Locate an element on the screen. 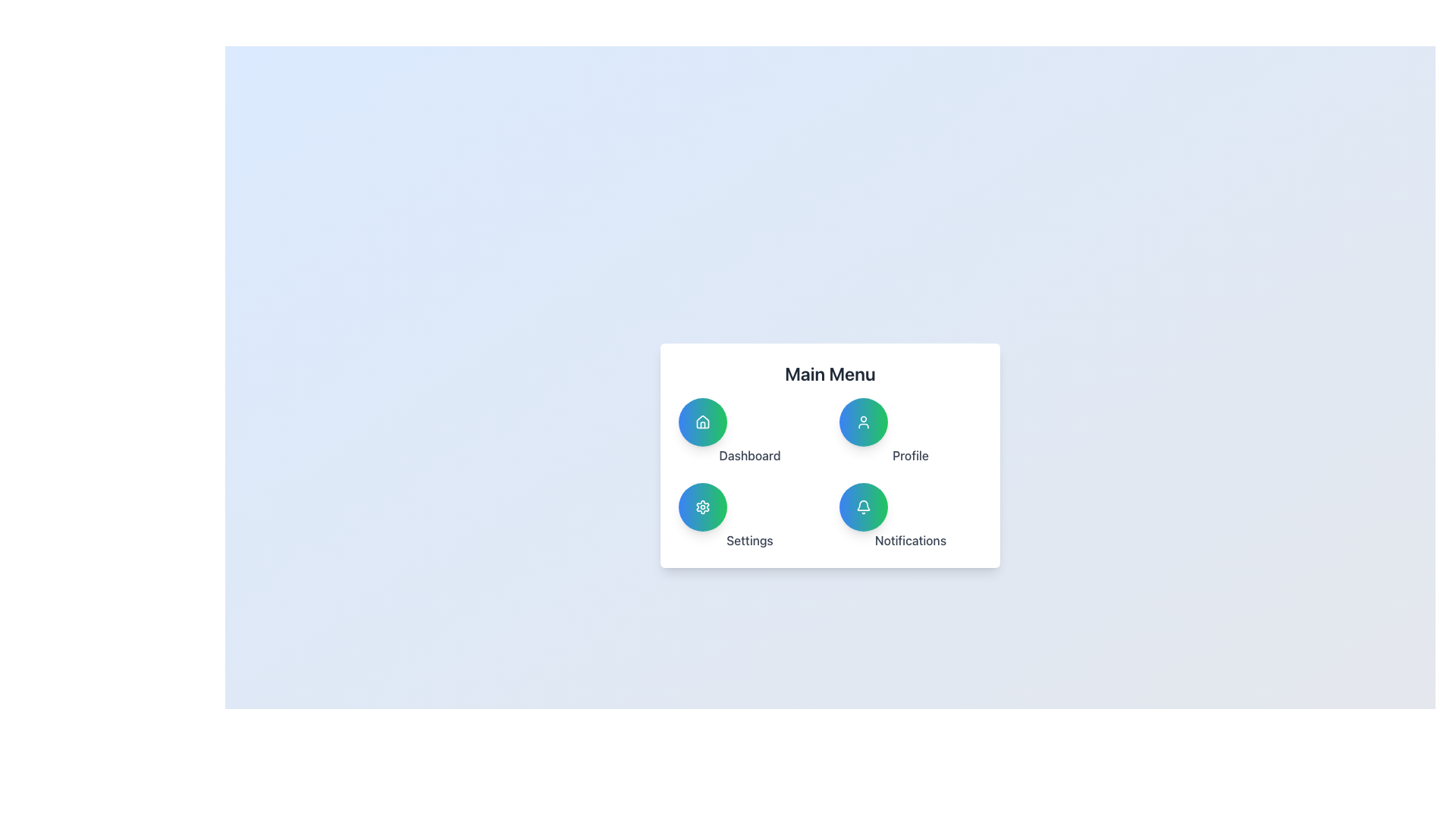 The height and width of the screenshot is (819, 1456). the buttons within the Navigation Menu Panel, which includes access to Dashboard, Profile, Settings, and Notifications, arranged in a 2x2 grid is located at coordinates (829, 455).